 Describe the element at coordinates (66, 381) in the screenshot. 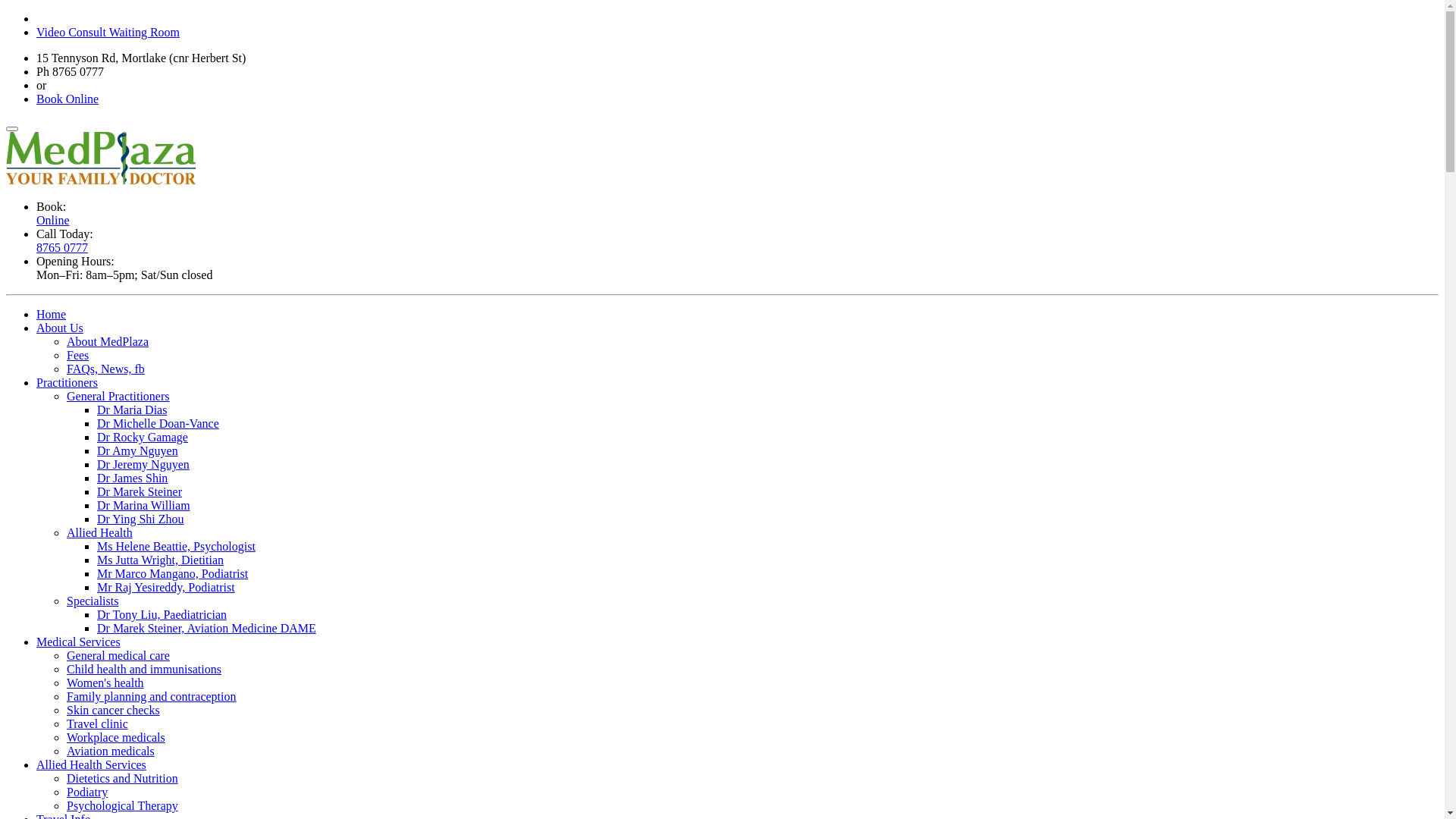

I see `'Practitioners'` at that location.